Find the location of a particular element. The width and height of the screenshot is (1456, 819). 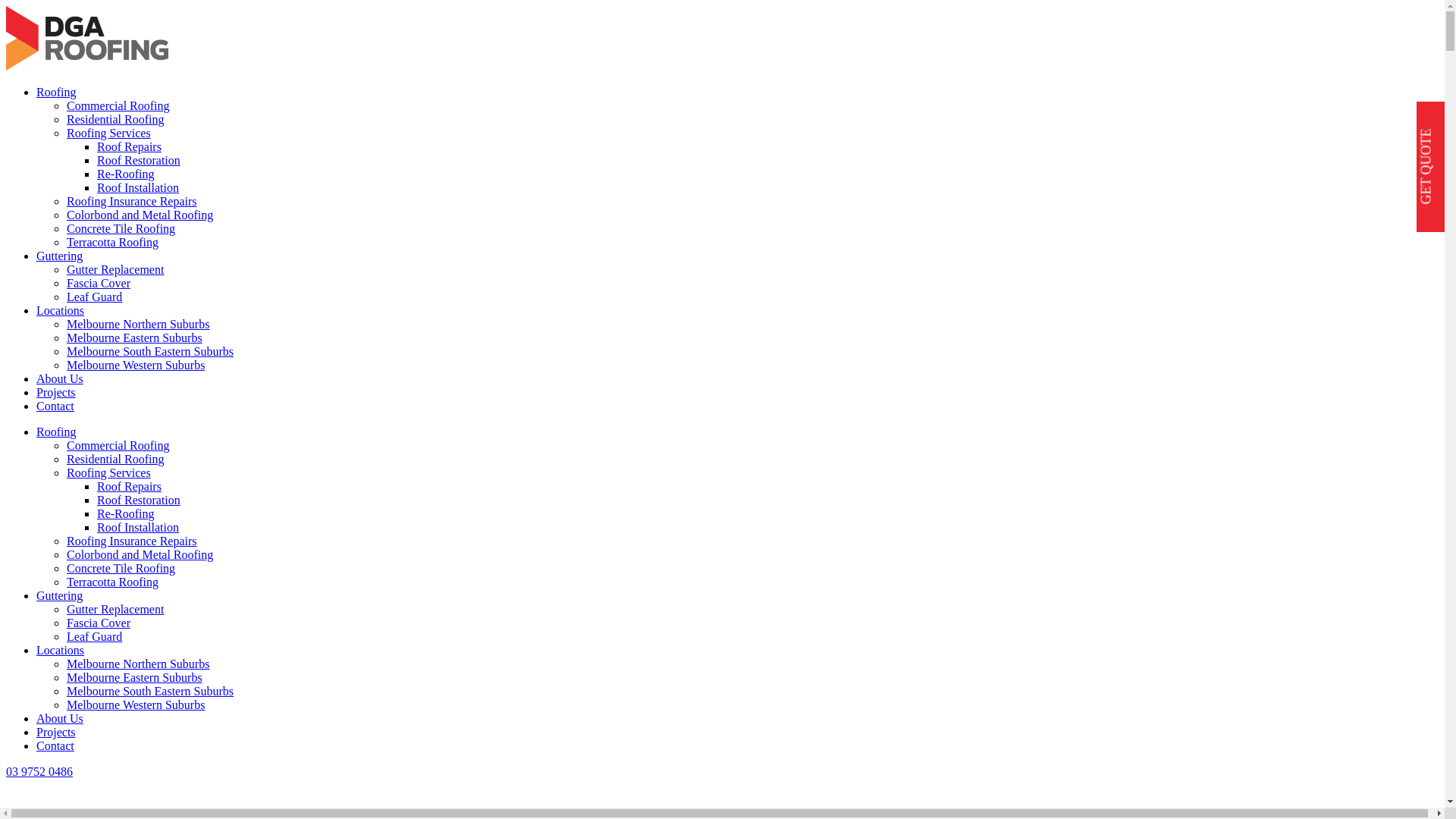

'Commercial Roofing' is located at coordinates (65, 105).